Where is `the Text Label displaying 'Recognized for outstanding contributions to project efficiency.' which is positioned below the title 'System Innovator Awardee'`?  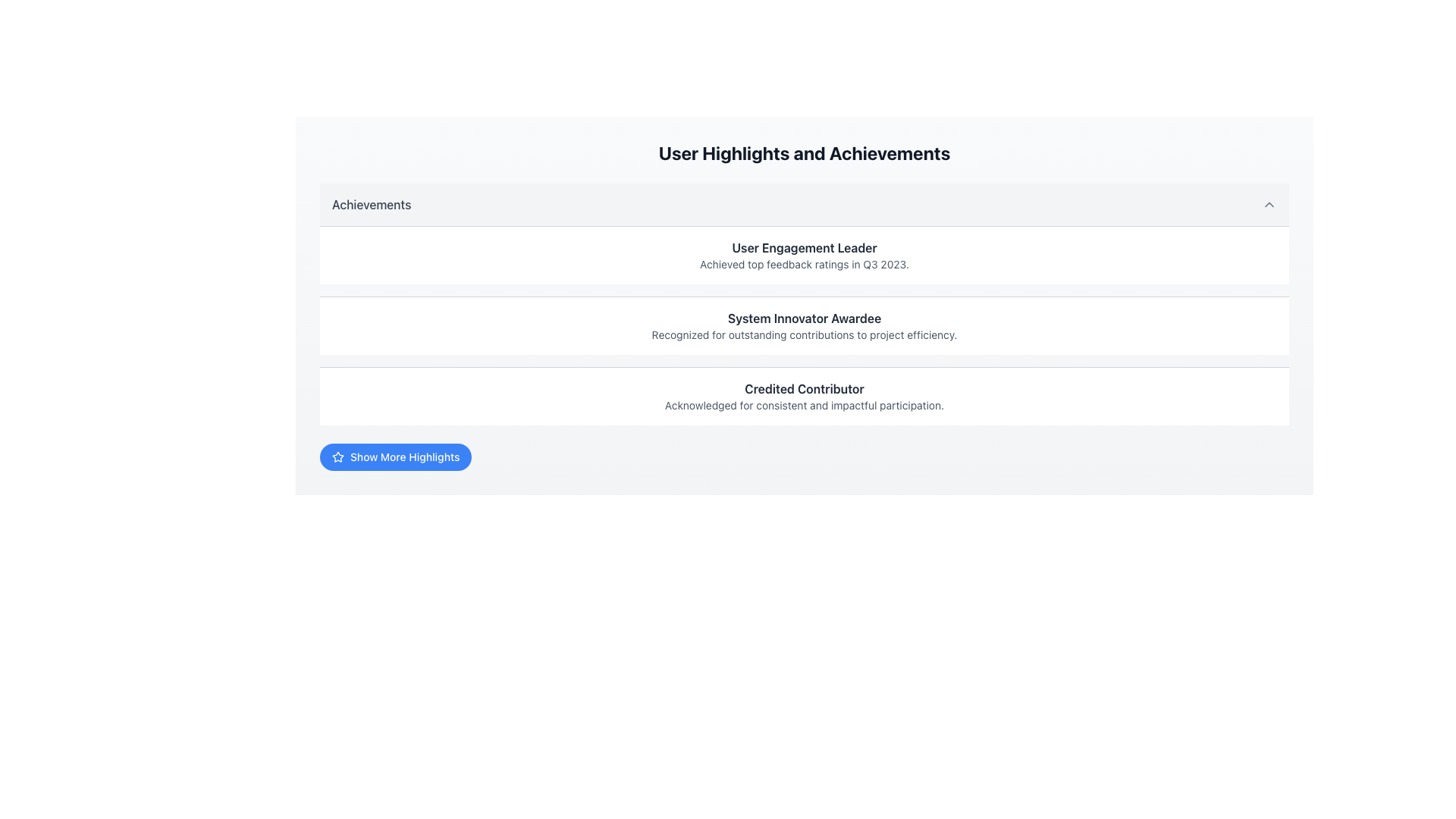
the Text Label displaying 'Recognized for outstanding contributions to project efficiency.' which is positioned below the title 'System Innovator Awardee' is located at coordinates (803, 334).